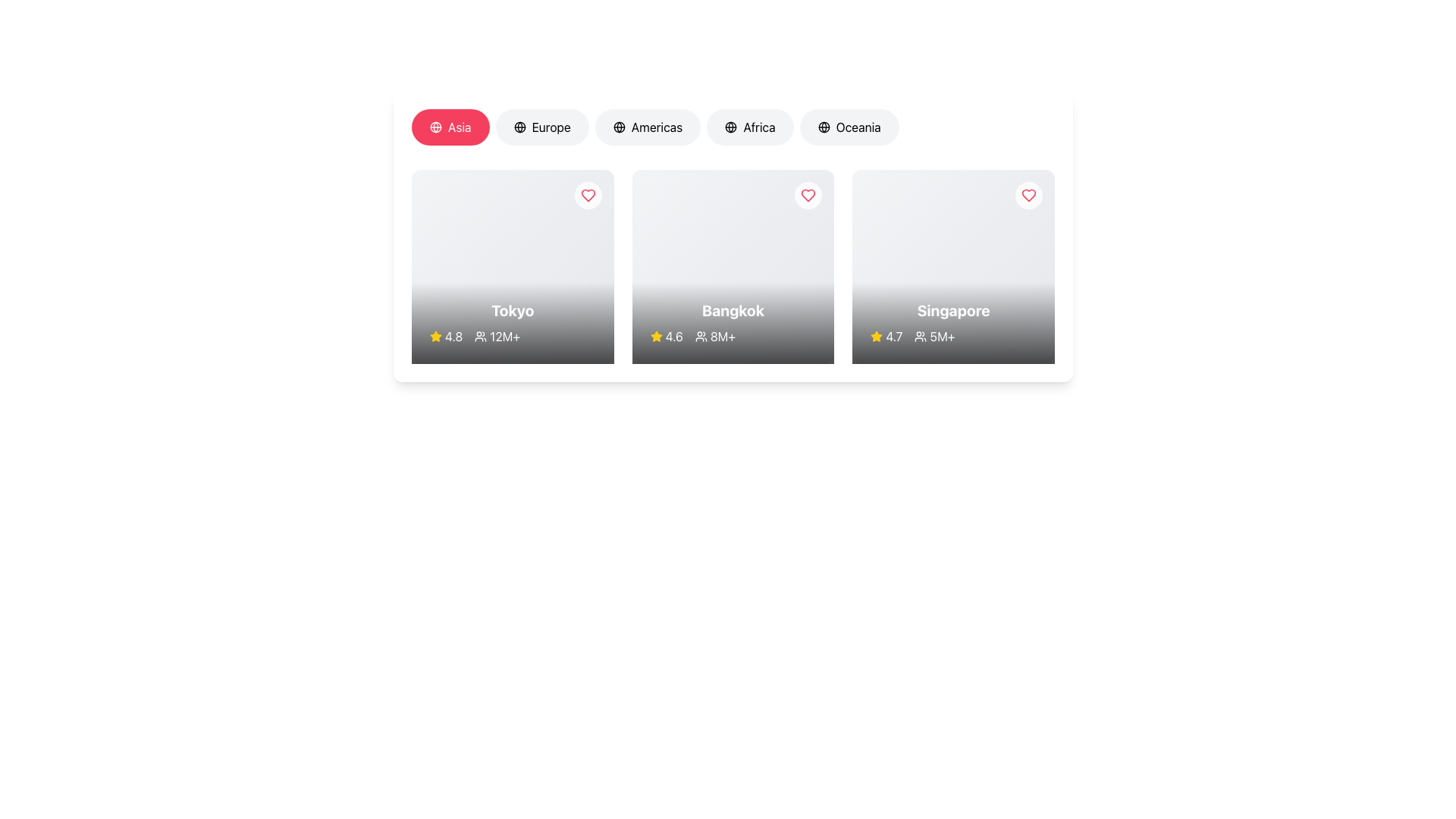 The image size is (1456, 819). What do you see at coordinates (657, 127) in the screenshot?
I see `the 'Americas' text label within the interactive button` at bounding box center [657, 127].